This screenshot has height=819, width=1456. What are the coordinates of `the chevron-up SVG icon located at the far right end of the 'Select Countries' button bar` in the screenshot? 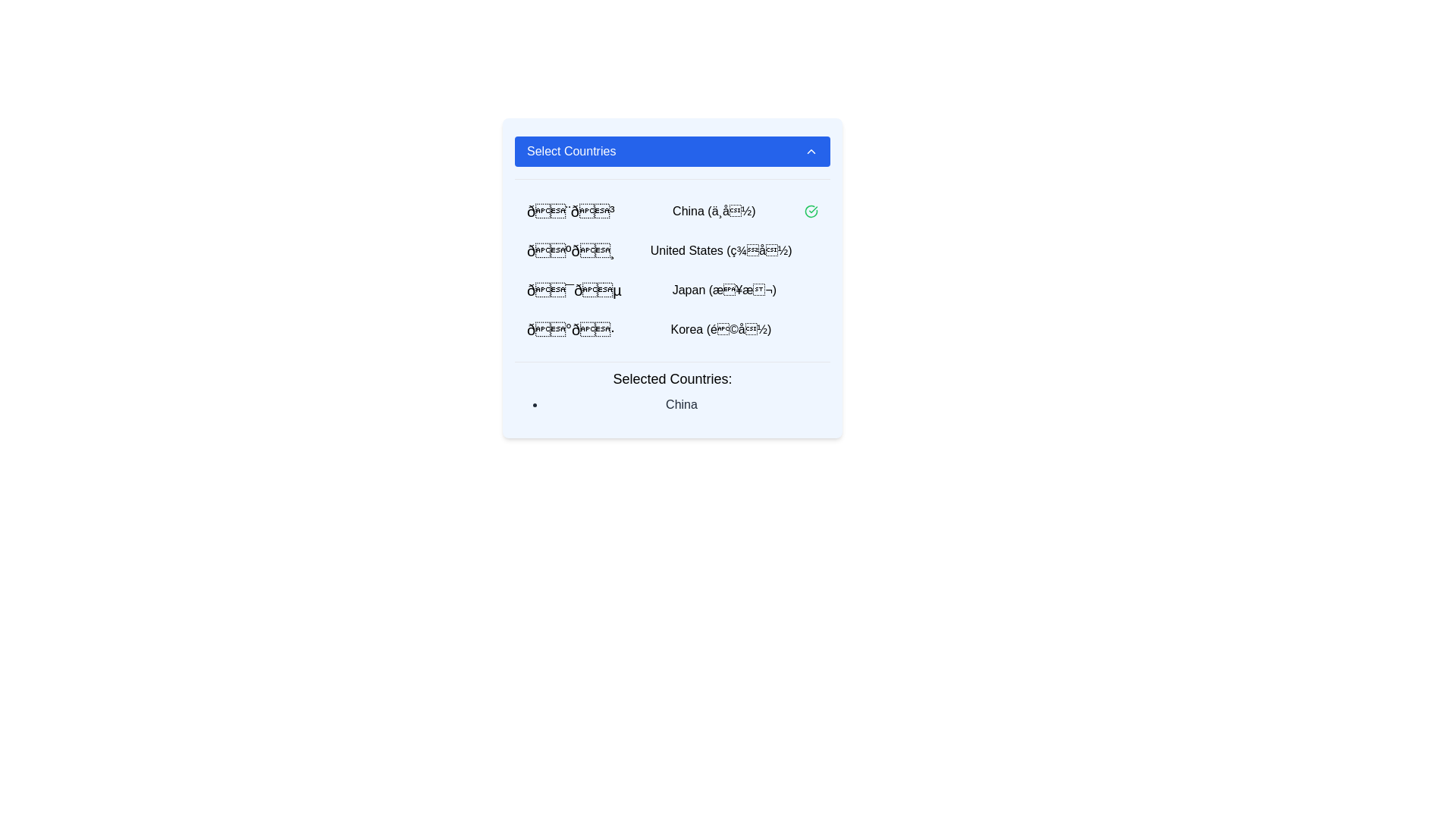 It's located at (811, 152).